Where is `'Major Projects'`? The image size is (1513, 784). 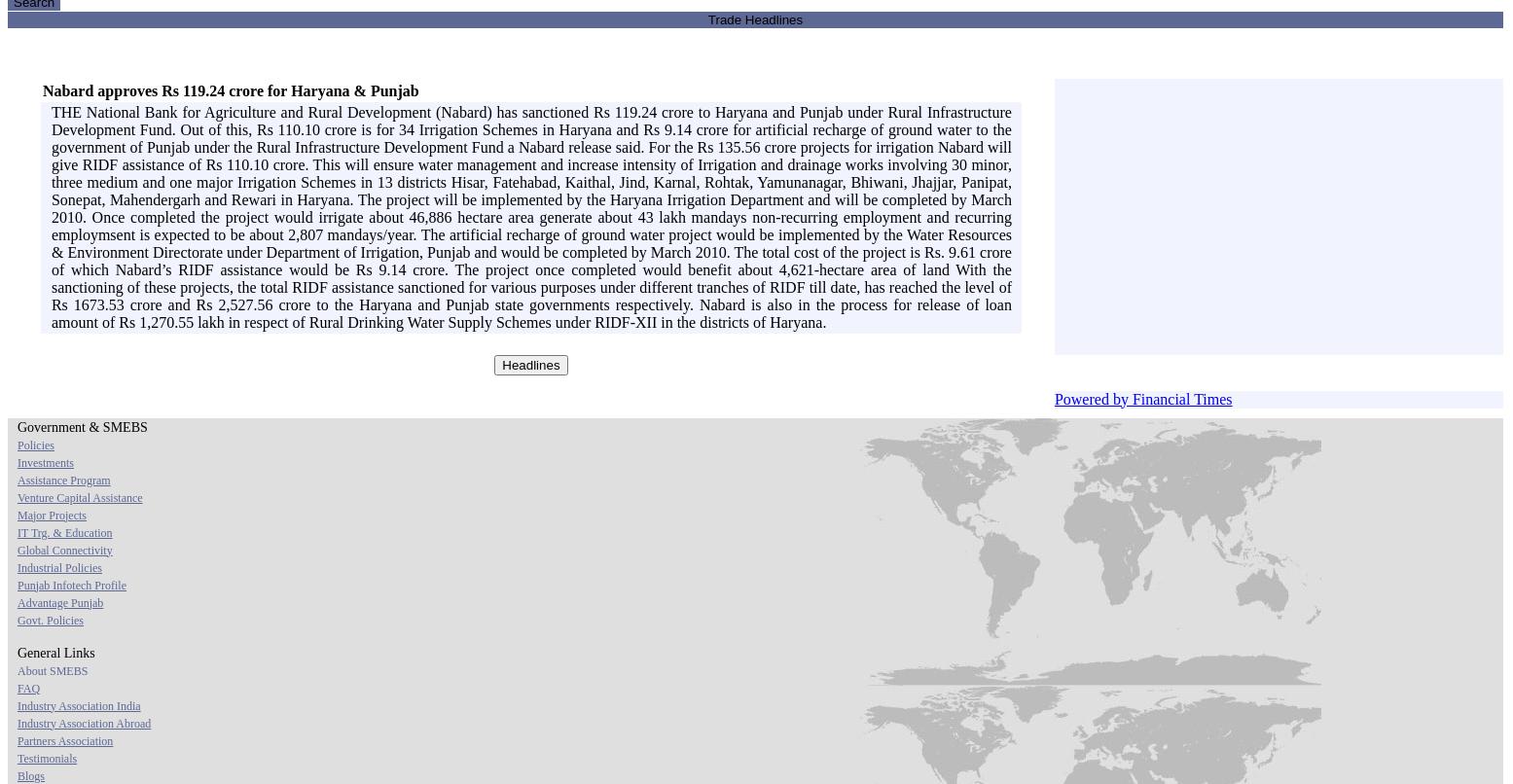
'Major Projects' is located at coordinates (52, 513).